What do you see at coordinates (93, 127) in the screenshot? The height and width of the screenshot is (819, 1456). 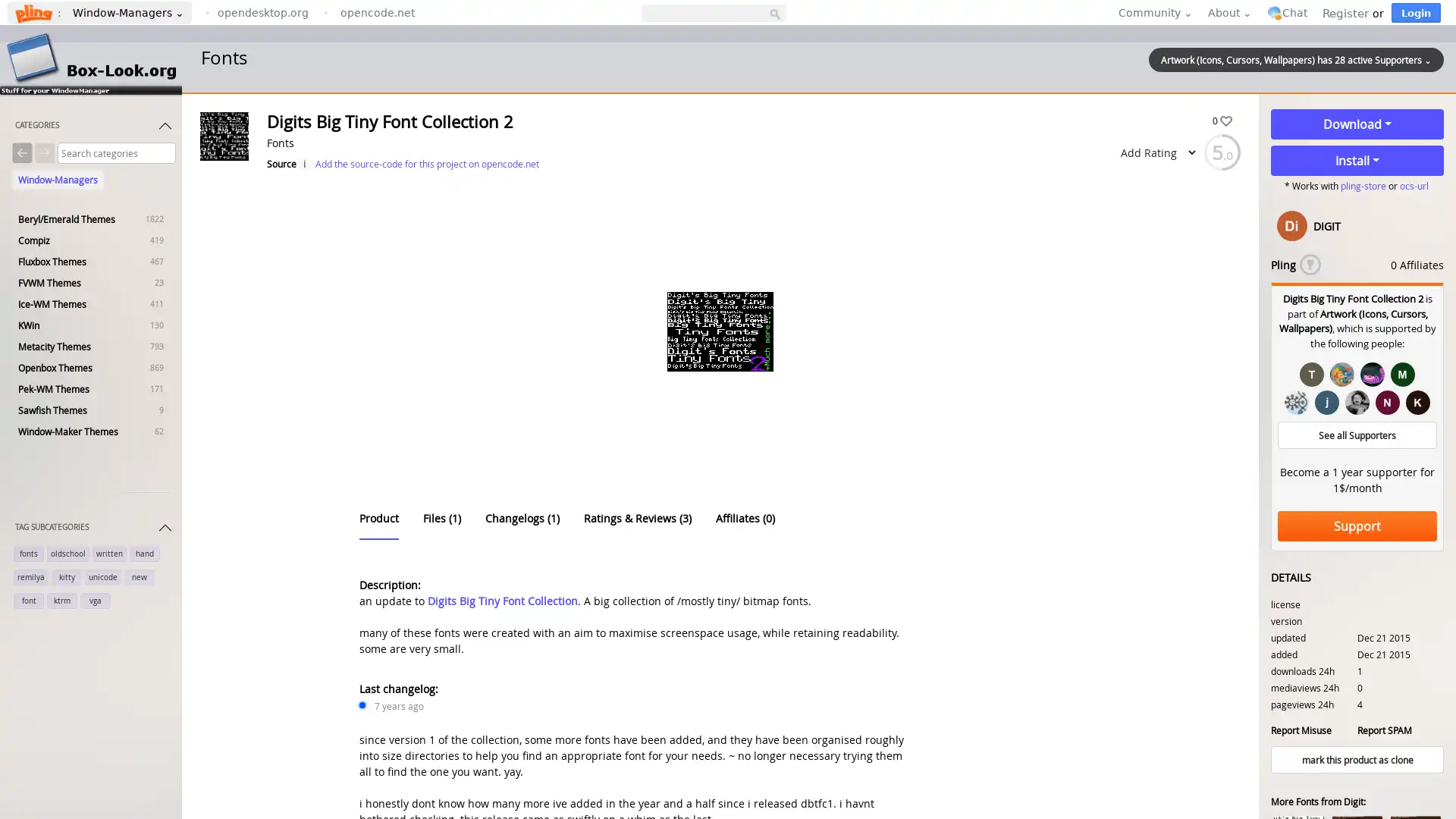 I see `CATEGORIES` at bounding box center [93, 127].